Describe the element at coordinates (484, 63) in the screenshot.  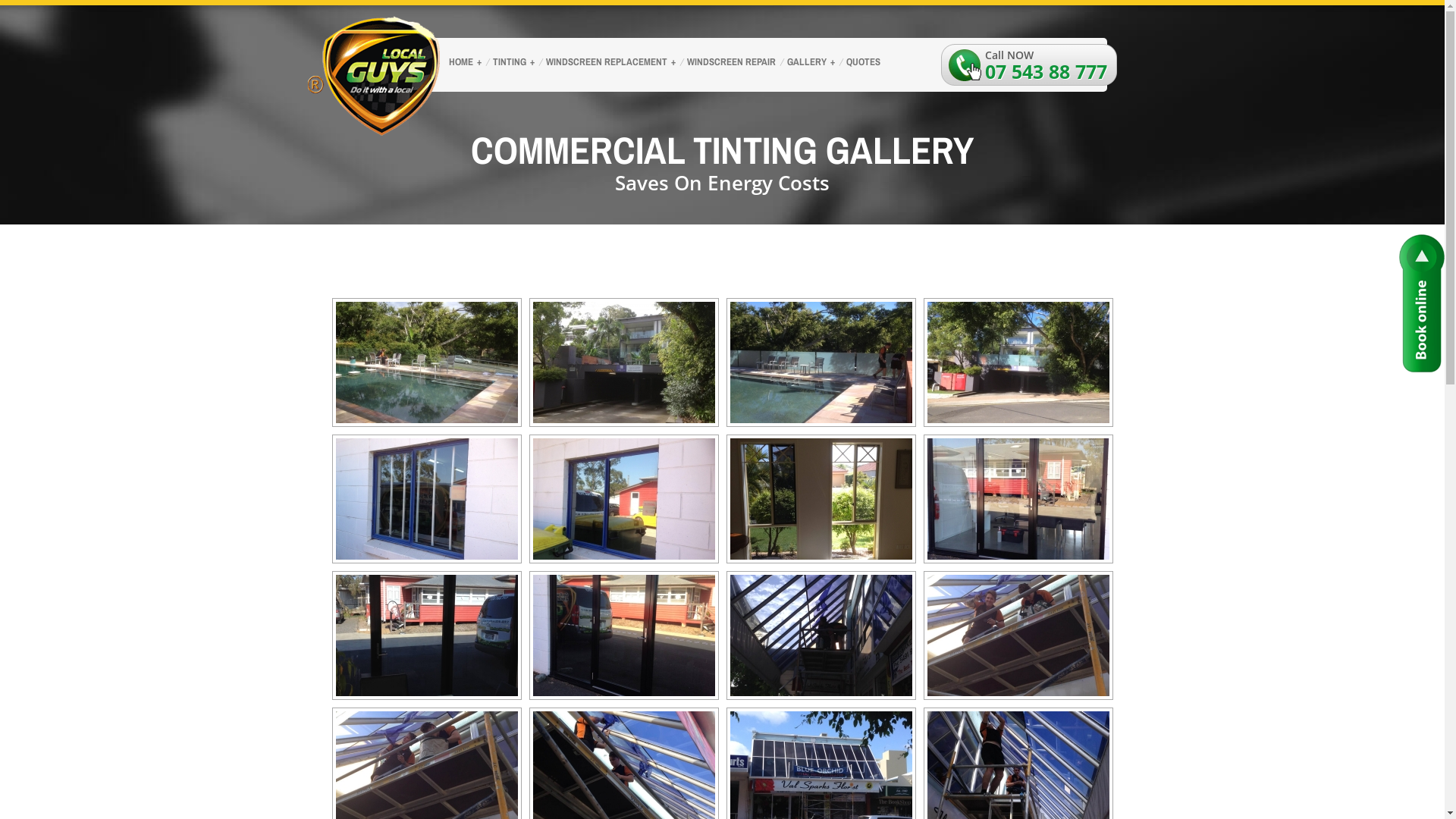
I see `'TINTING'` at that location.